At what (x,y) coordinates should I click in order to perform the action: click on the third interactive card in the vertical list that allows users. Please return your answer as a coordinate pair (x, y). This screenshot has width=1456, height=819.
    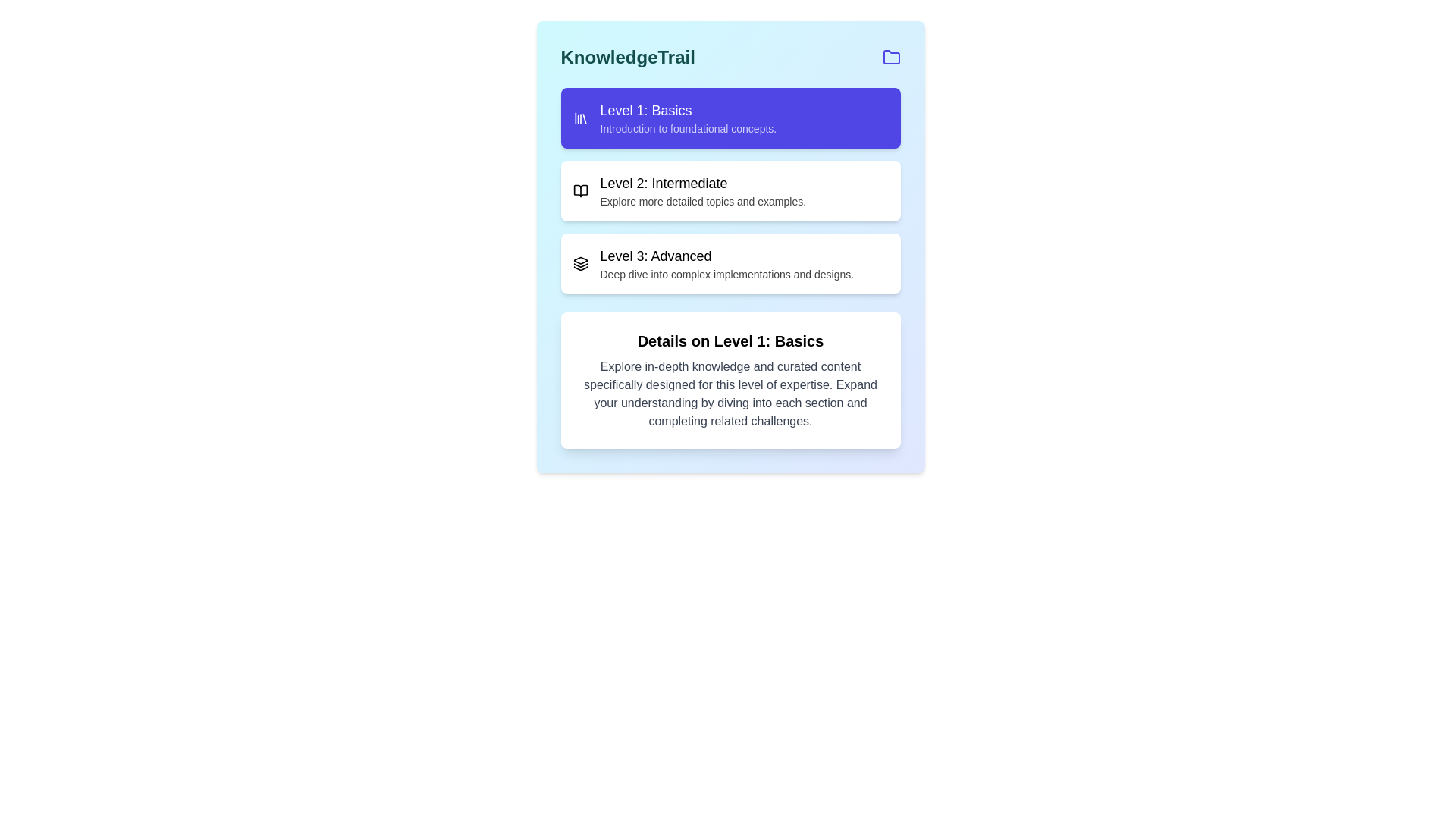
    Looking at the image, I should click on (730, 262).